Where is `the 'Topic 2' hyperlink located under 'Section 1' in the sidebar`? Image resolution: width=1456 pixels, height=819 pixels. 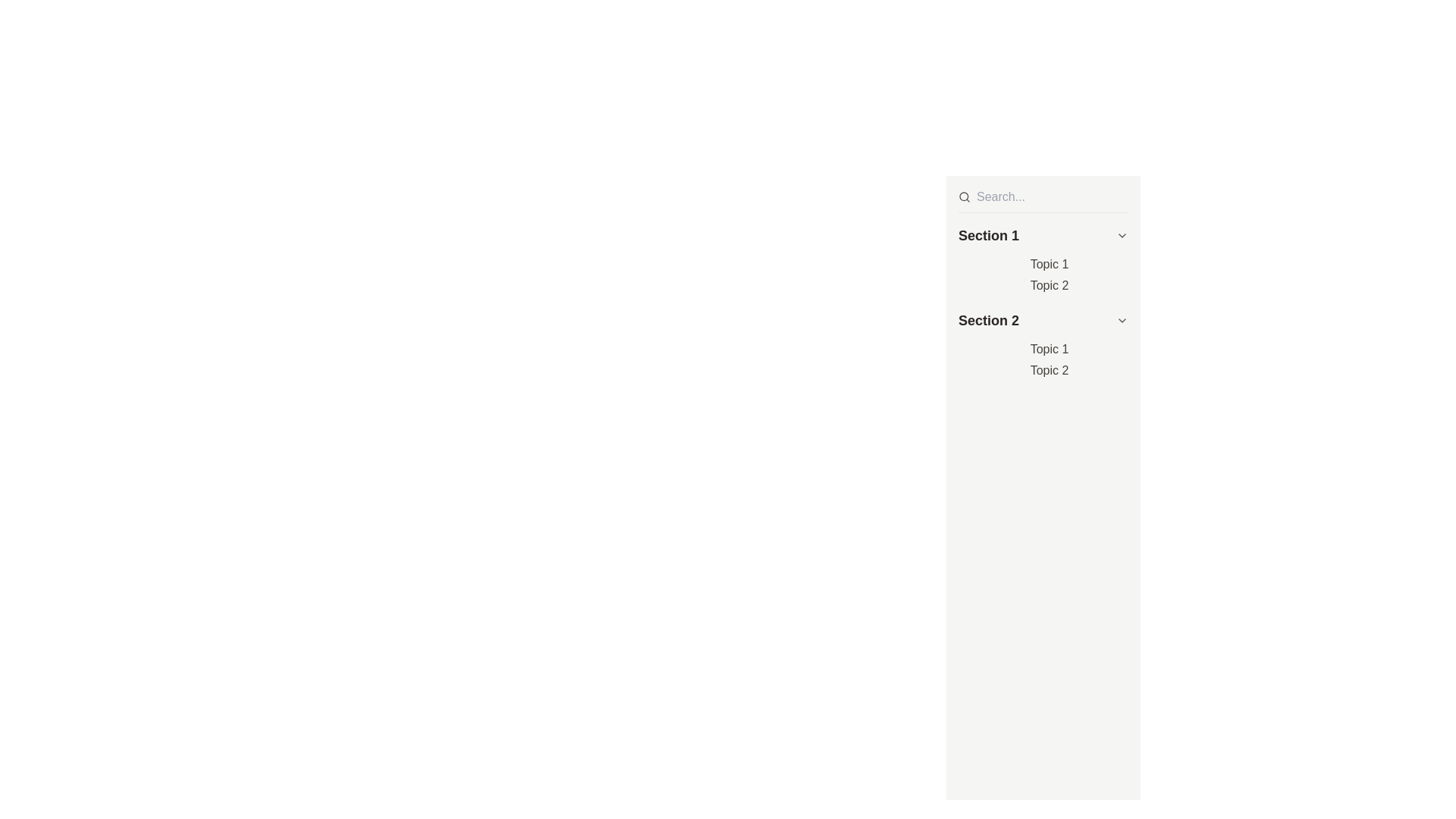
the 'Topic 2' hyperlink located under 'Section 1' in the sidebar is located at coordinates (1048, 285).